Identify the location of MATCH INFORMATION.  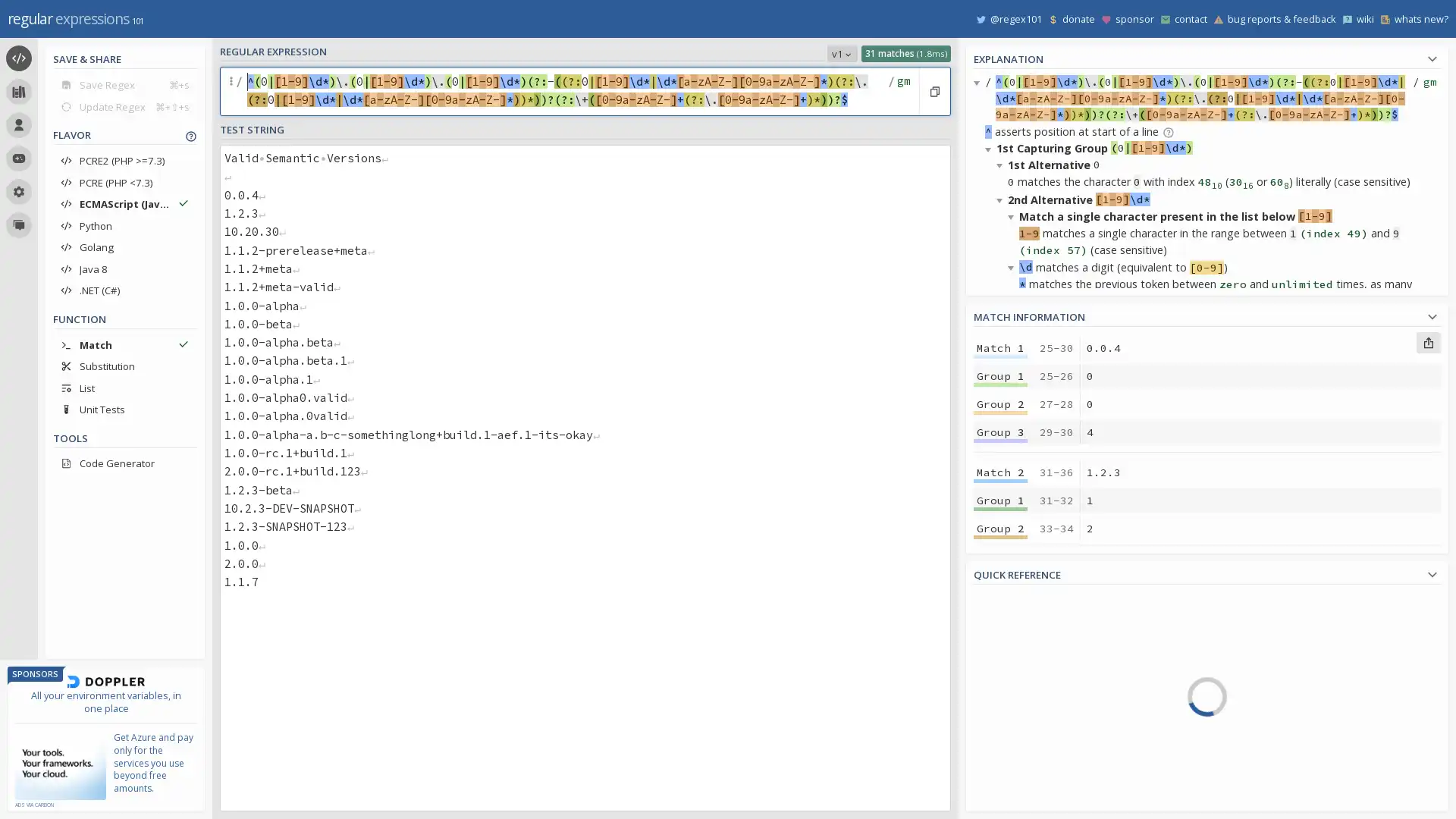
(1207, 314).